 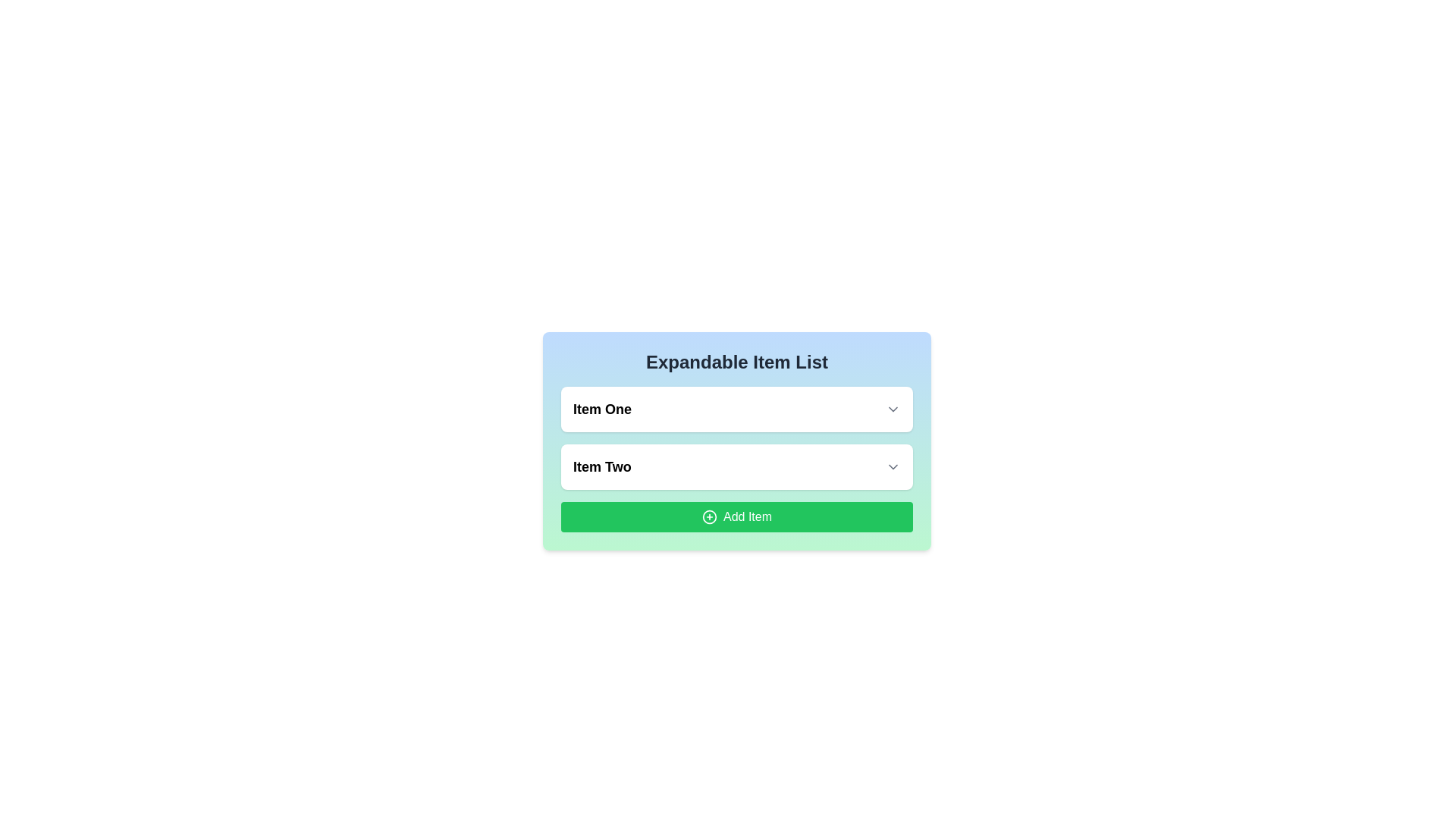 I want to click on the Interactive icon (dropdown activator) located at the far right of the 'Item One' row to potentially trigger a hover effect, so click(x=893, y=409).